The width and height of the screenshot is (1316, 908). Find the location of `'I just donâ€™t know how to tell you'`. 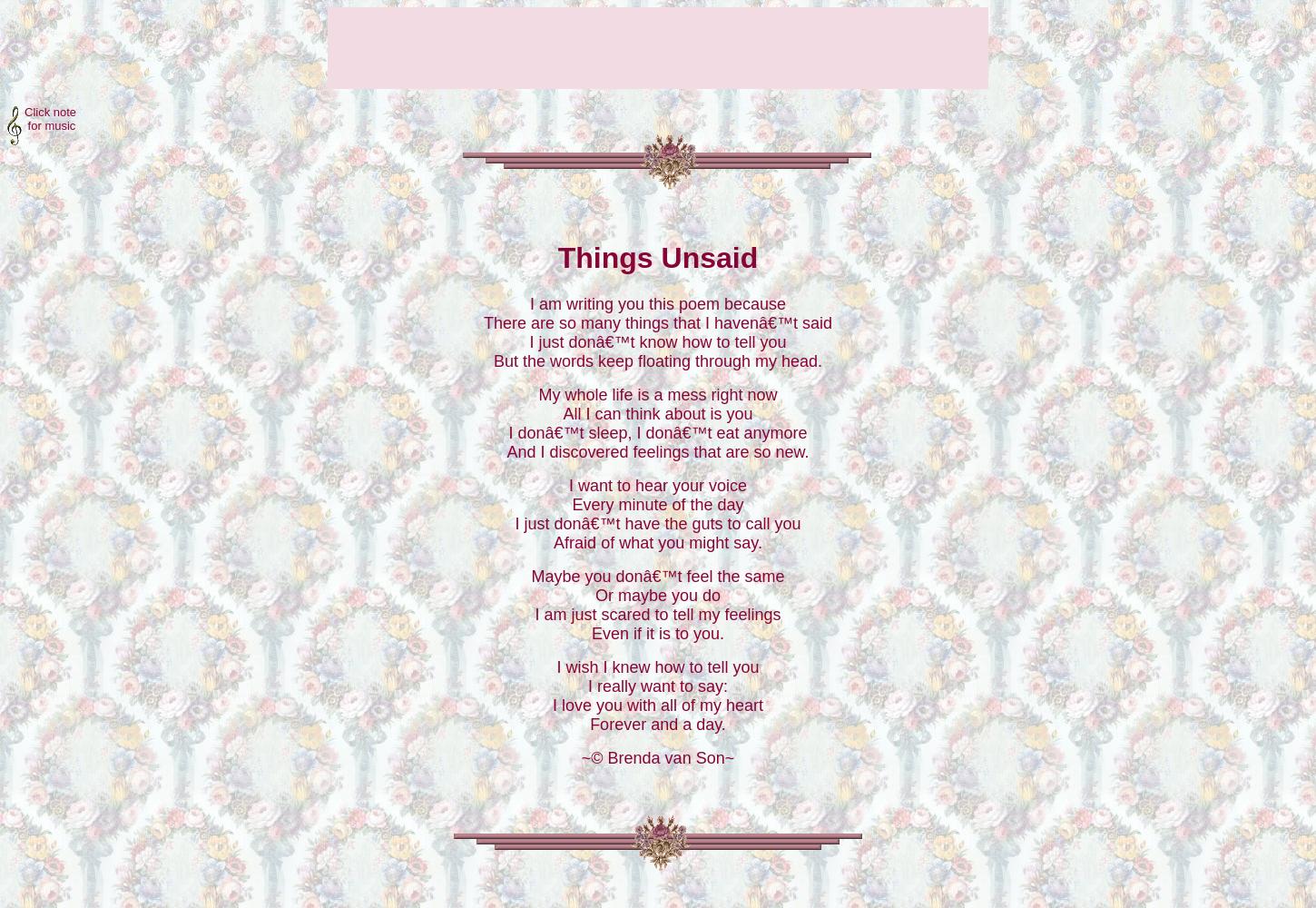

'I just donâ€™t know how to tell you' is located at coordinates (656, 341).